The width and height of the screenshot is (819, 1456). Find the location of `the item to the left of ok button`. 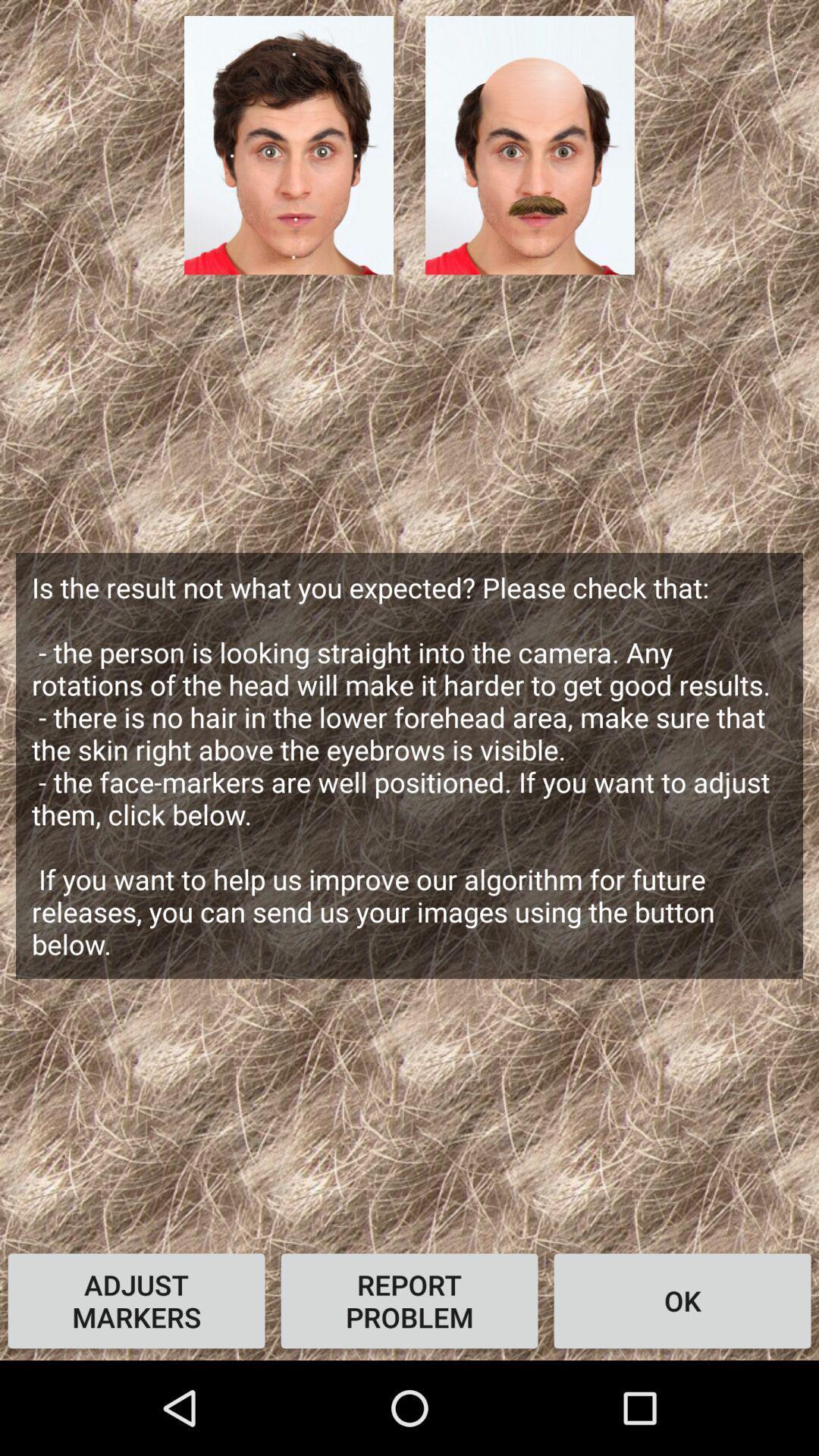

the item to the left of ok button is located at coordinates (409, 1300).